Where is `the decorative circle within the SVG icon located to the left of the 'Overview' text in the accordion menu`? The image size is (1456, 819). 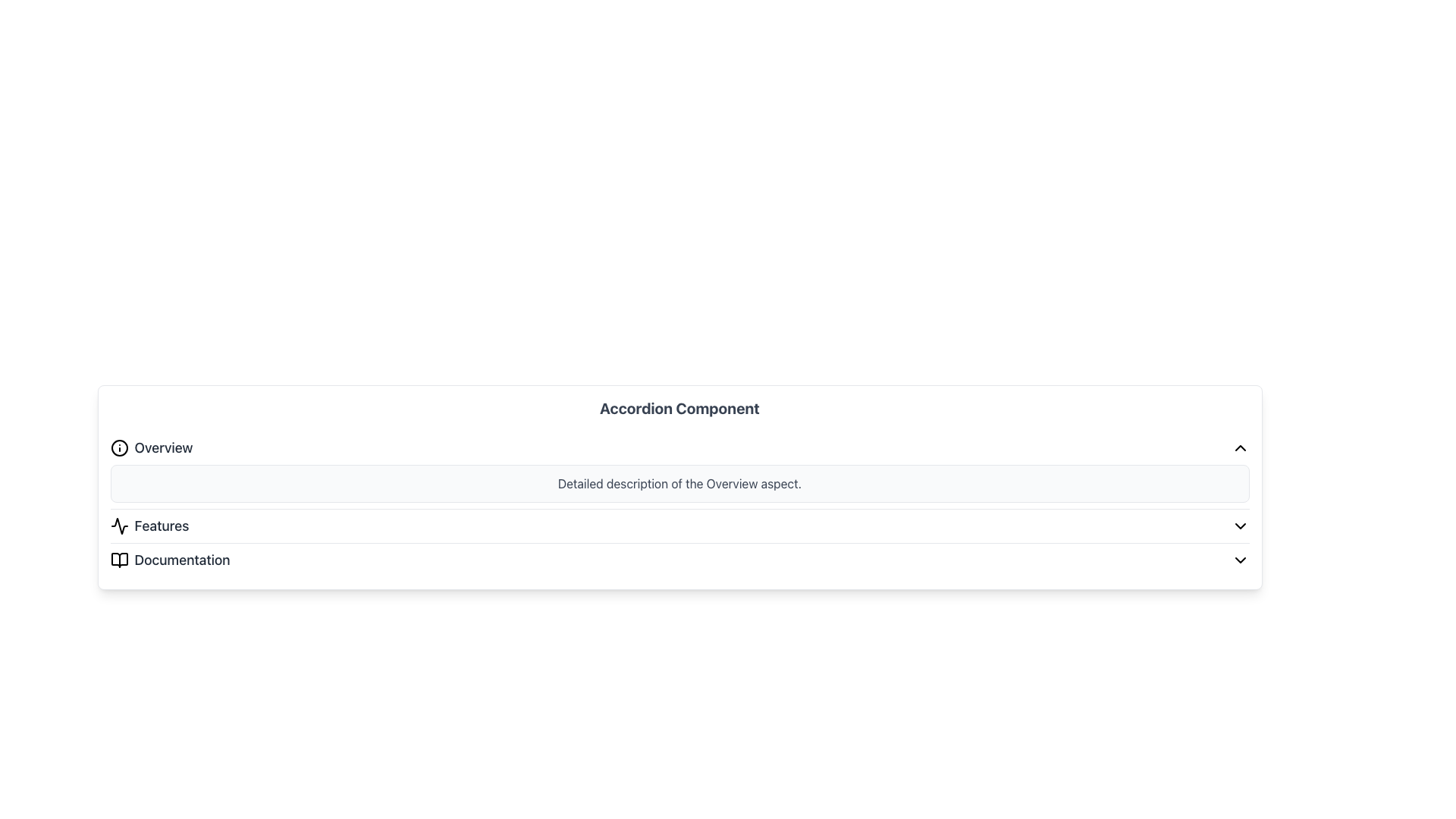 the decorative circle within the SVG icon located to the left of the 'Overview' text in the accordion menu is located at coordinates (118, 447).